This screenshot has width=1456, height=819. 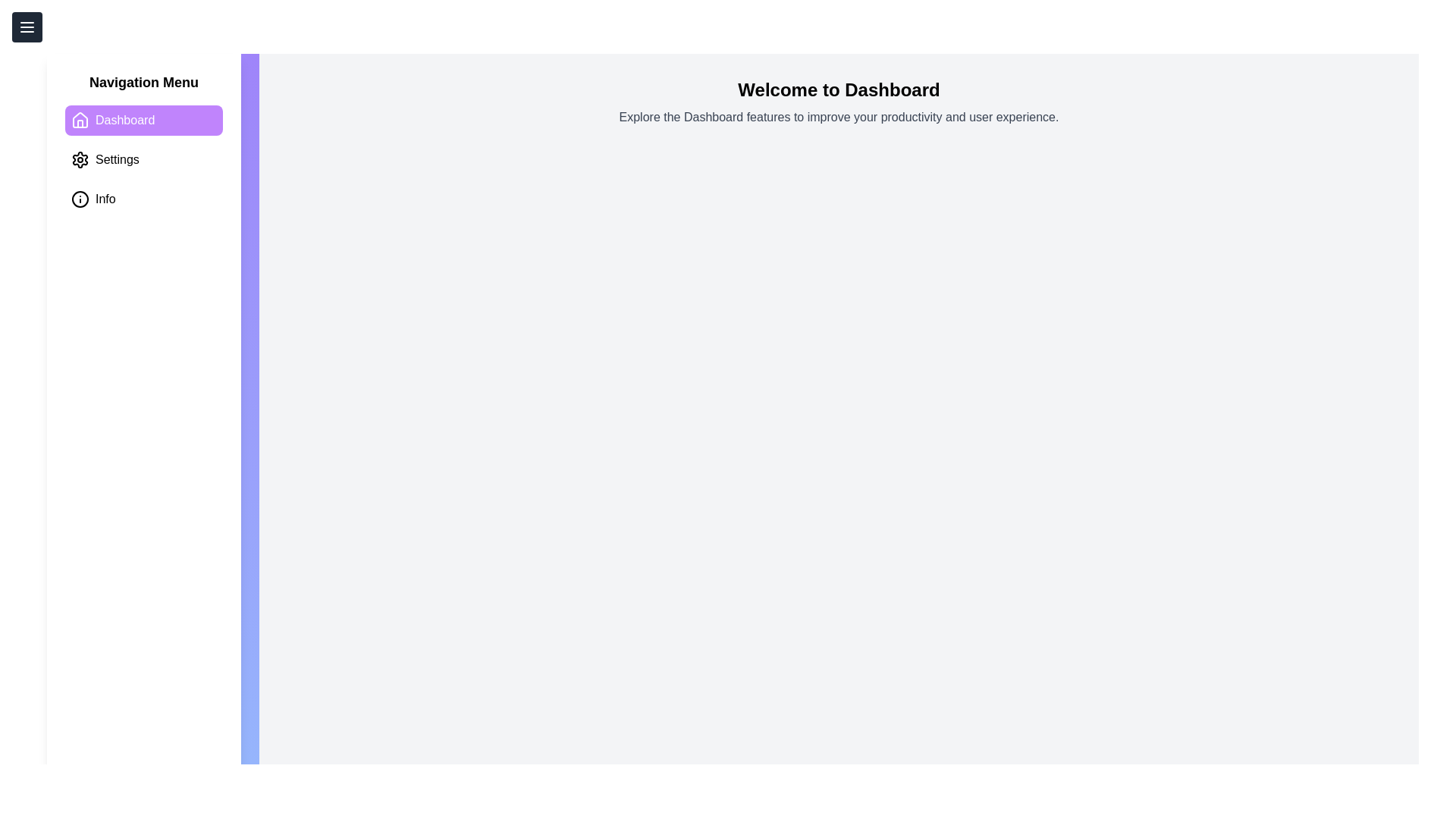 What do you see at coordinates (144, 160) in the screenshot?
I see `the tab Settings in the navigation menu` at bounding box center [144, 160].